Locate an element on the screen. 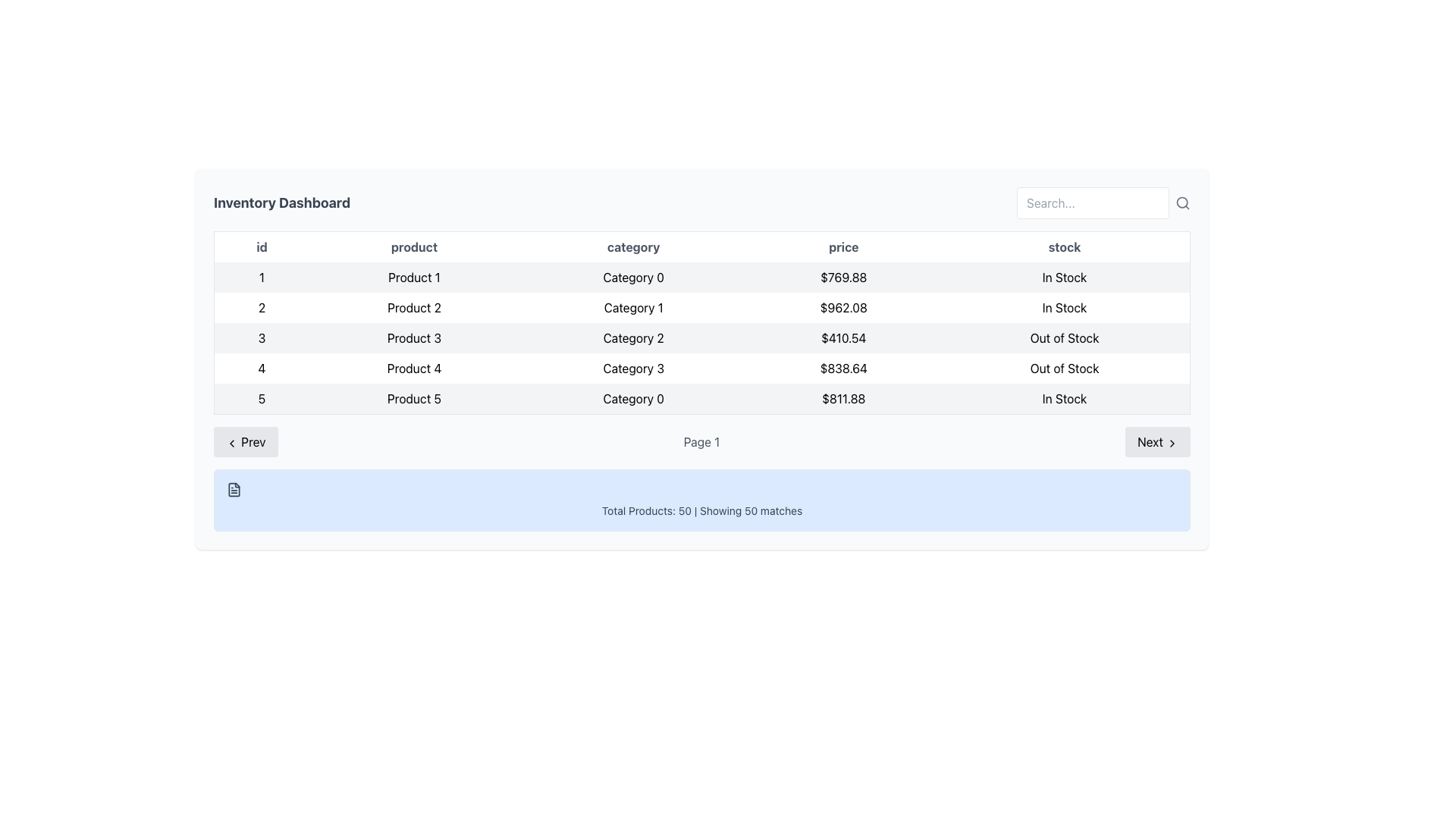 The height and width of the screenshot is (819, 1456). the table cell that identifies the id number for 'Product 4' in the corresponding row under the 'id' column is located at coordinates (262, 369).